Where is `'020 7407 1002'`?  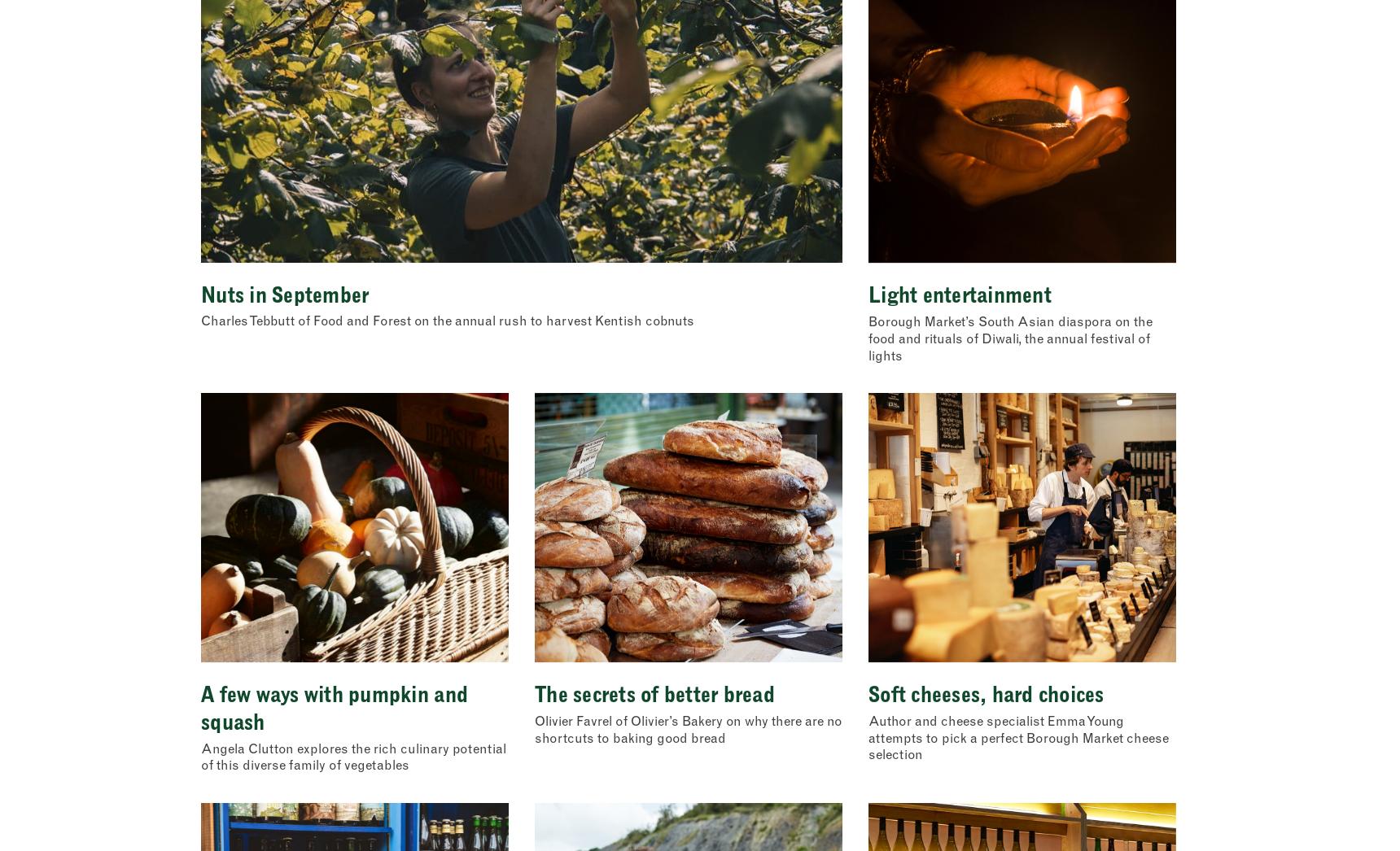
'020 7407 1002' is located at coordinates (240, 535).